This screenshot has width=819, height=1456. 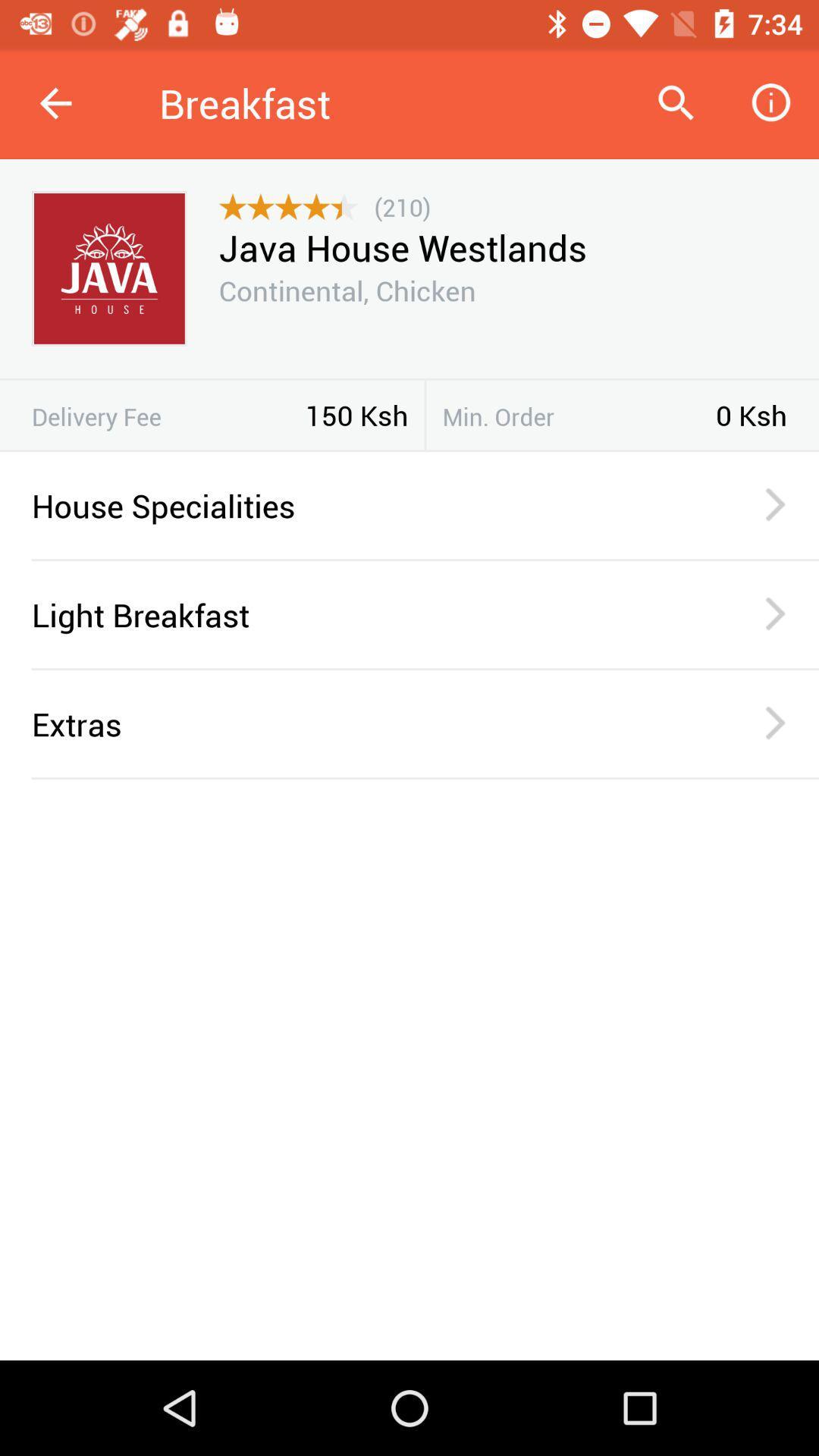 I want to click on the icon below the extras icon, so click(x=425, y=778).